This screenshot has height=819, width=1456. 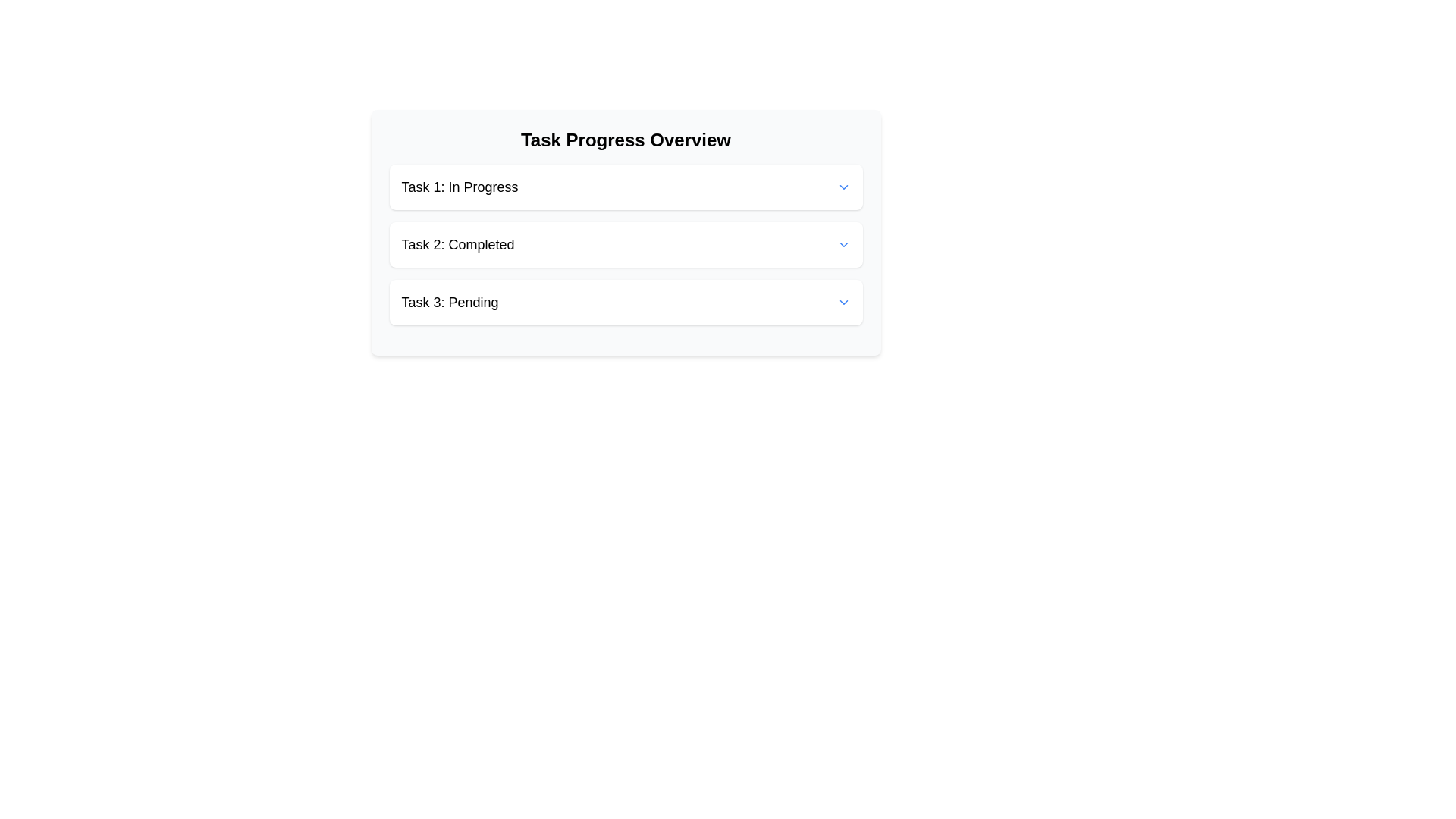 What do you see at coordinates (843, 244) in the screenshot?
I see `the blue downward arrow dropdown indicator/icon located at the far right of the 'Task 2: Completed' row` at bounding box center [843, 244].